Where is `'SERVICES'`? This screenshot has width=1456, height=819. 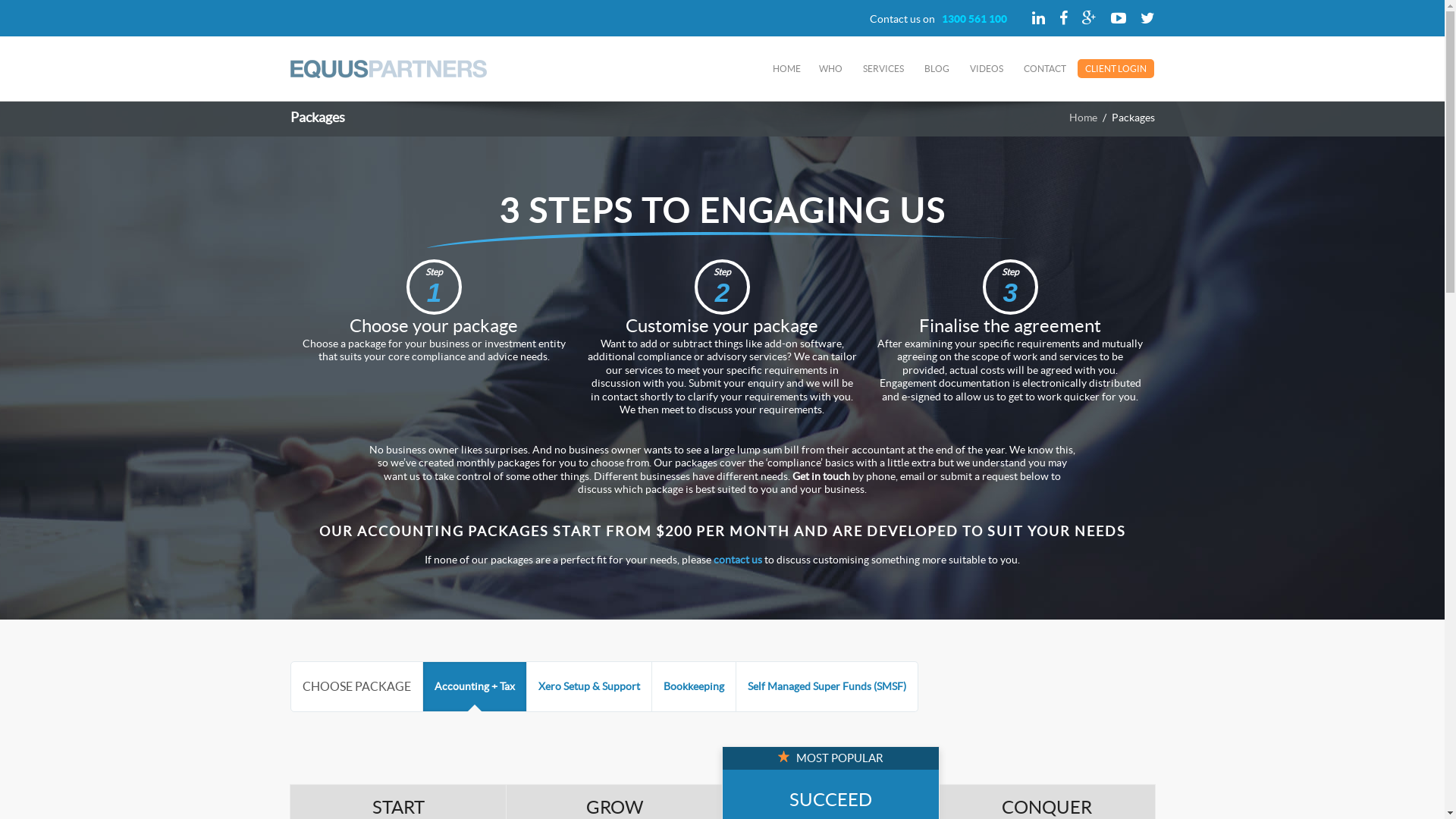 'SERVICES' is located at coordinates (883, 68).